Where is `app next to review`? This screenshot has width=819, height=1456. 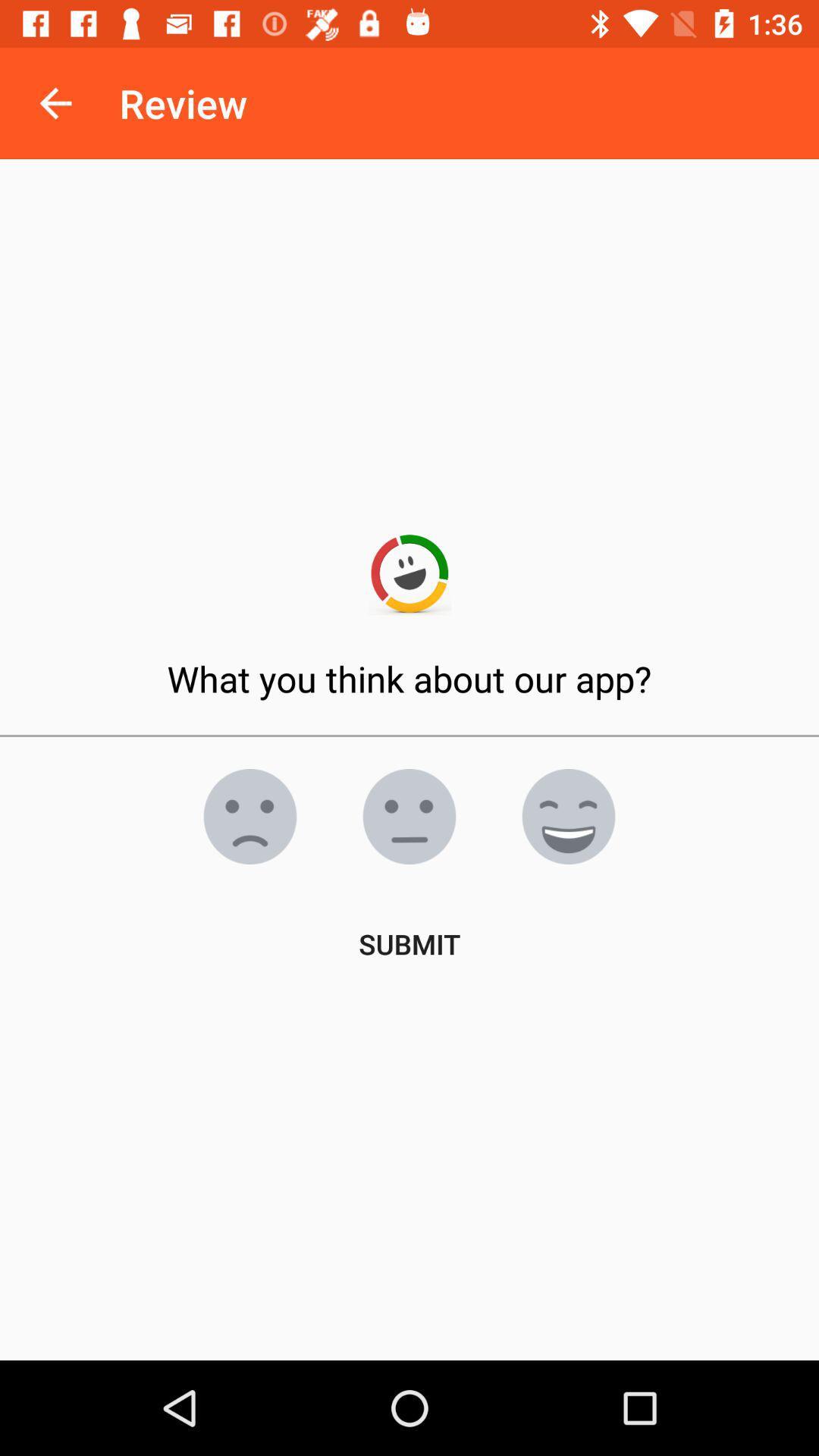
app next to review is located at coordinates (55, 102).